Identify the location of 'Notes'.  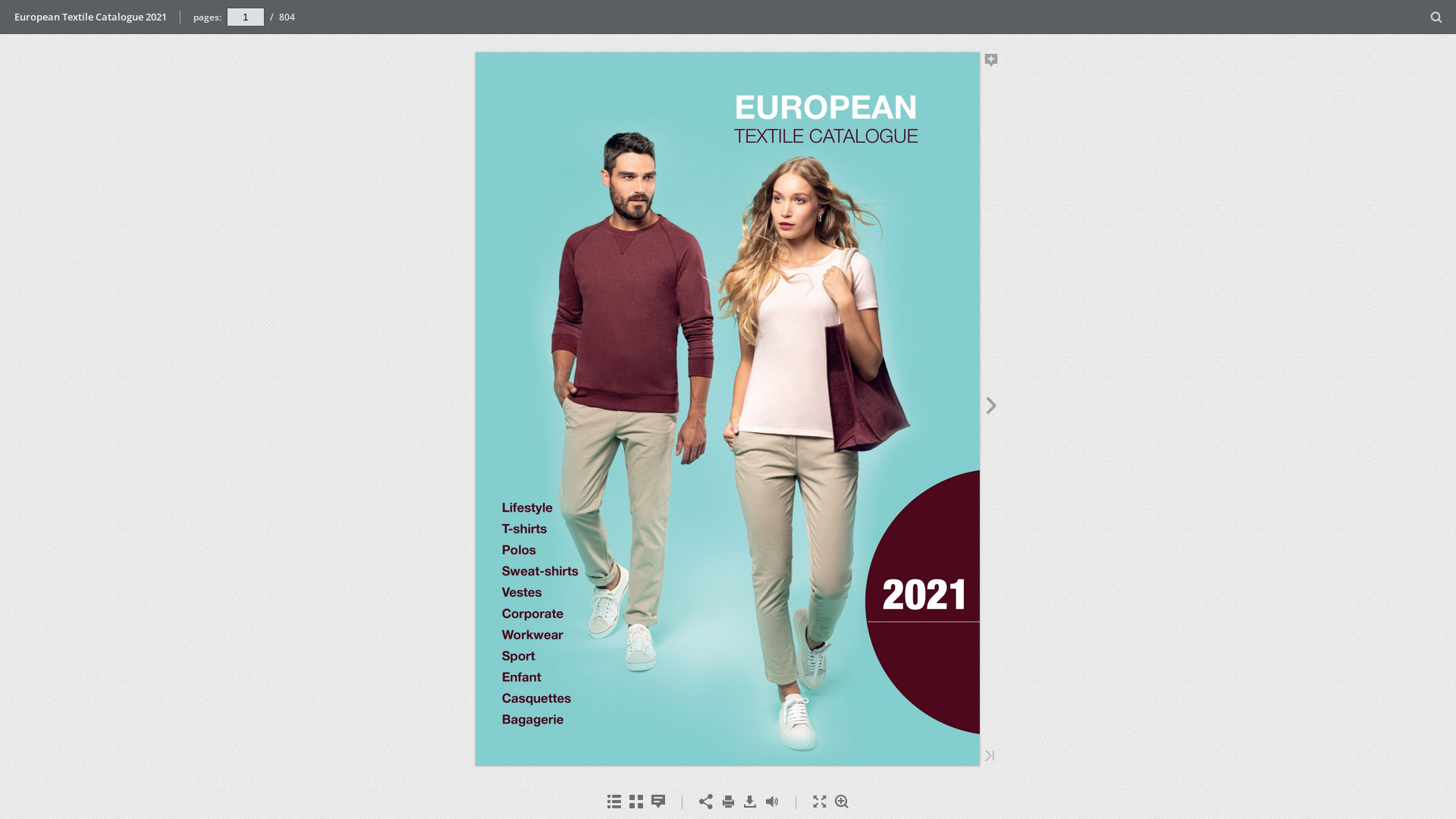
(648, 801).